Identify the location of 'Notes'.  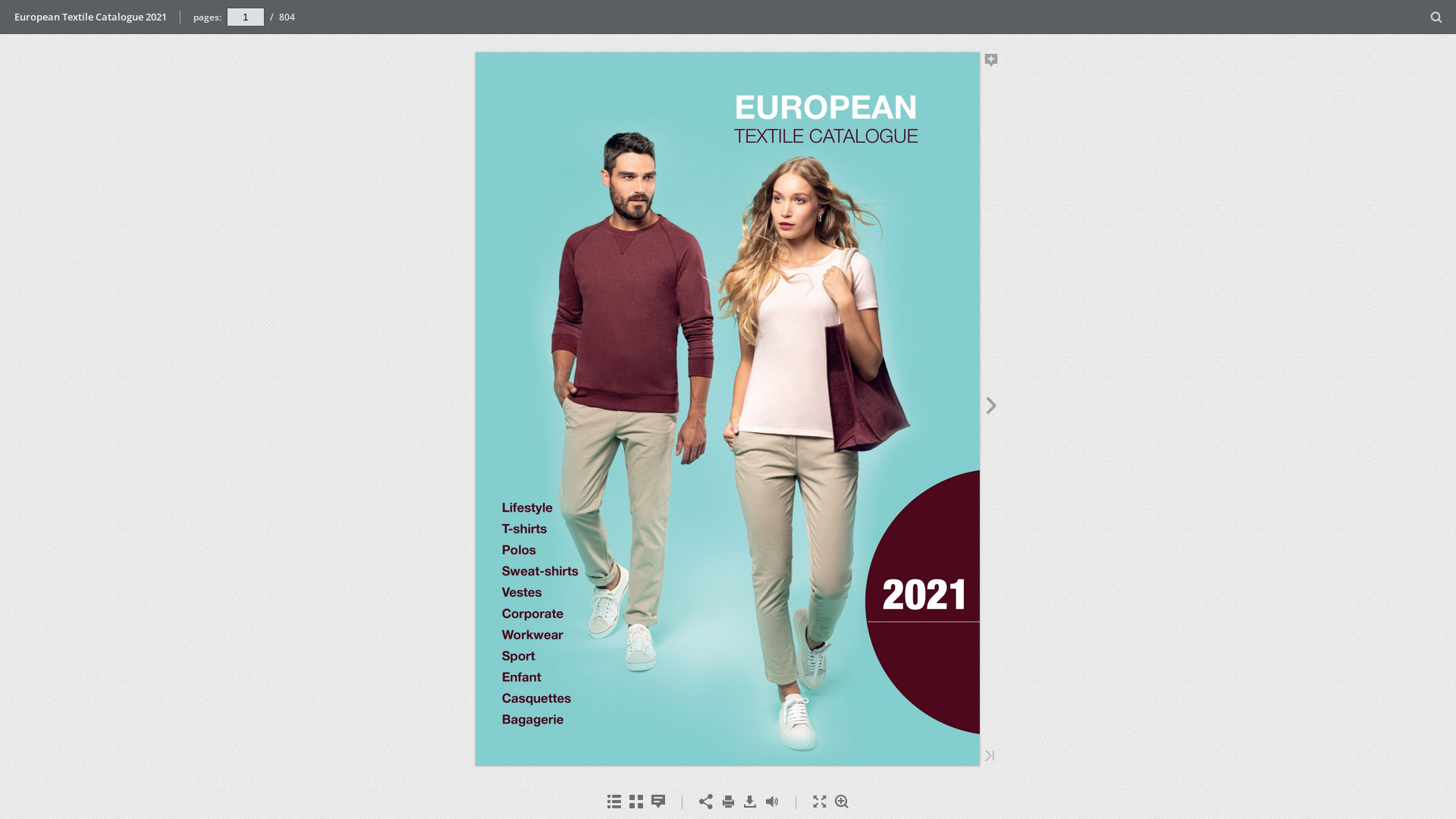
(648, 801).